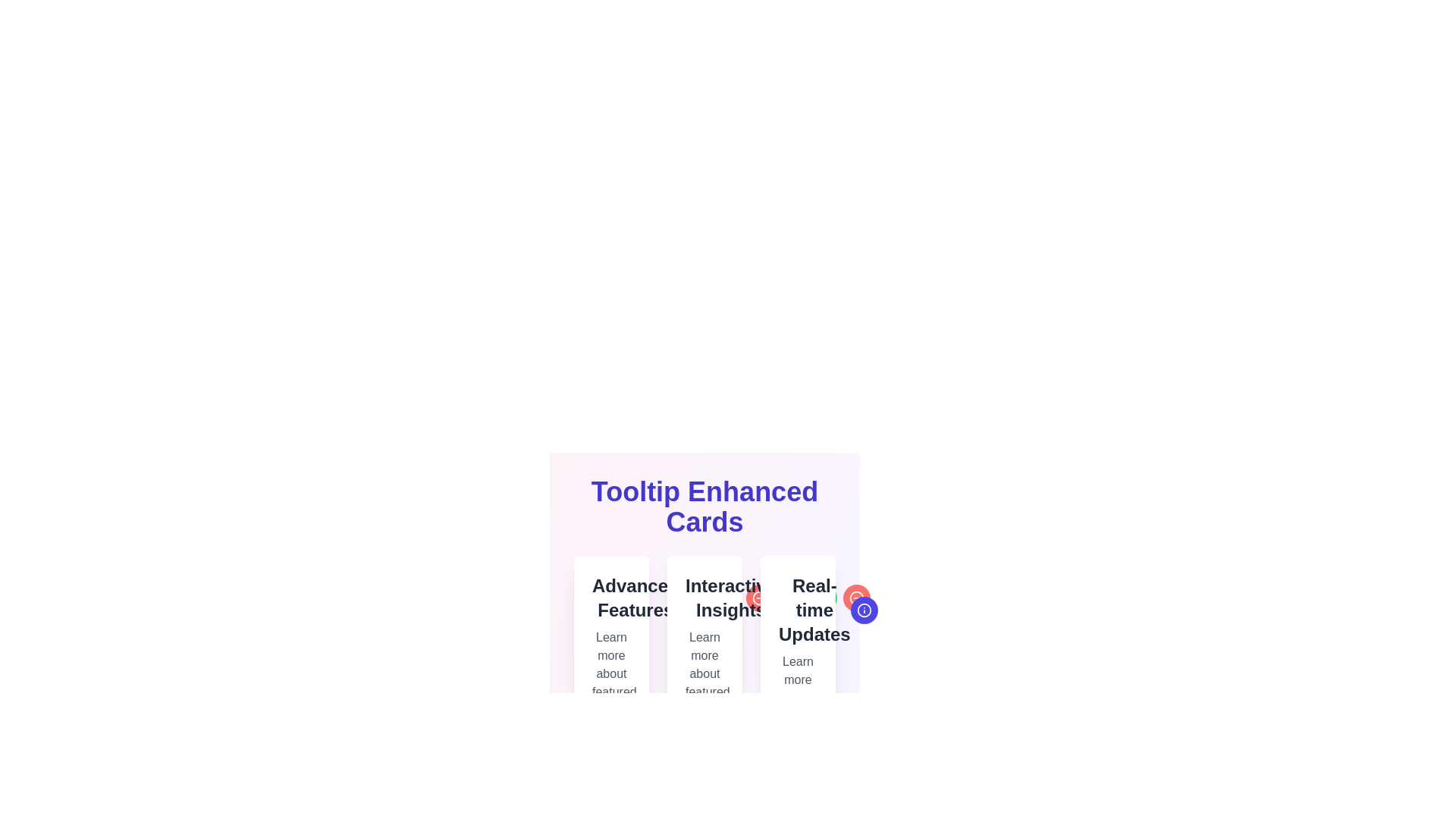 The height and width of the screenshot is (819, 1456). I want to click on the green circular button with a plus icon, the second in a sequence of three buttons aligned horizontally on the right side of the 'Interactive Insights' section, so click(725, 598).